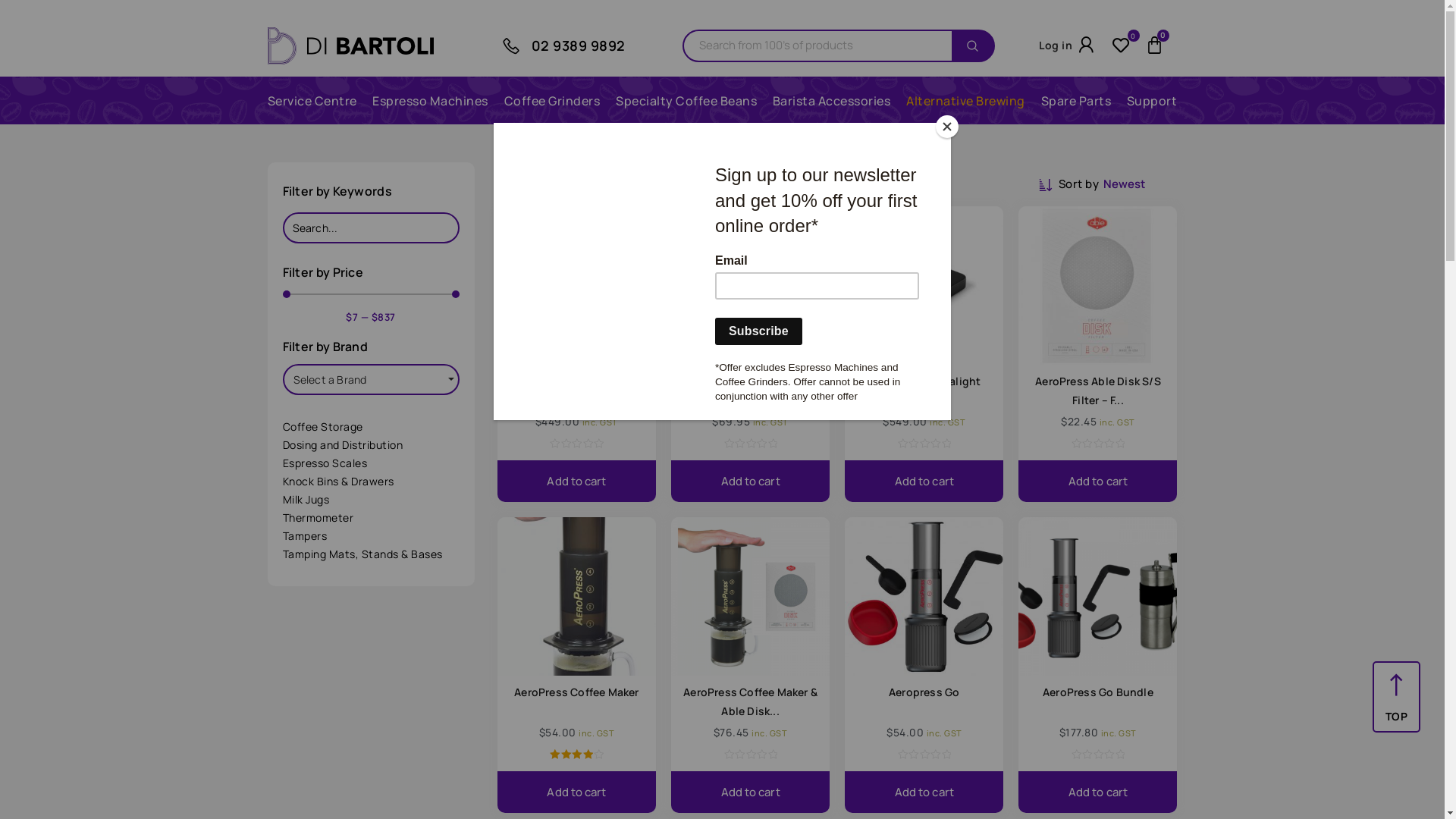 The image size is (1456, 819). I want to click on 'Barista Accessories', so click(831, 100).